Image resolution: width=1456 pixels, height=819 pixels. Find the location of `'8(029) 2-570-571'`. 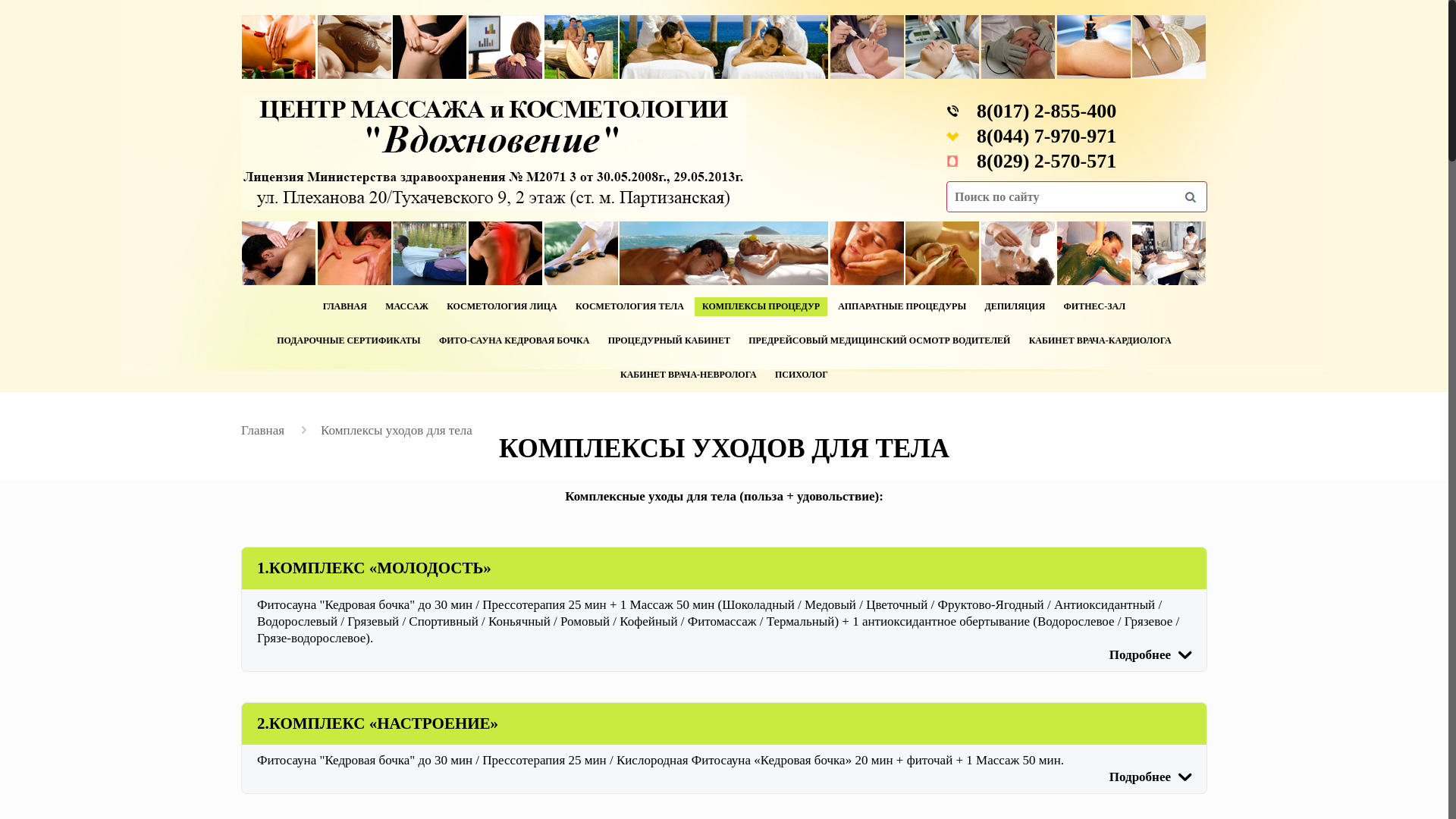

'8(029) 2-570-571' is located at coordinates (1046, 161).